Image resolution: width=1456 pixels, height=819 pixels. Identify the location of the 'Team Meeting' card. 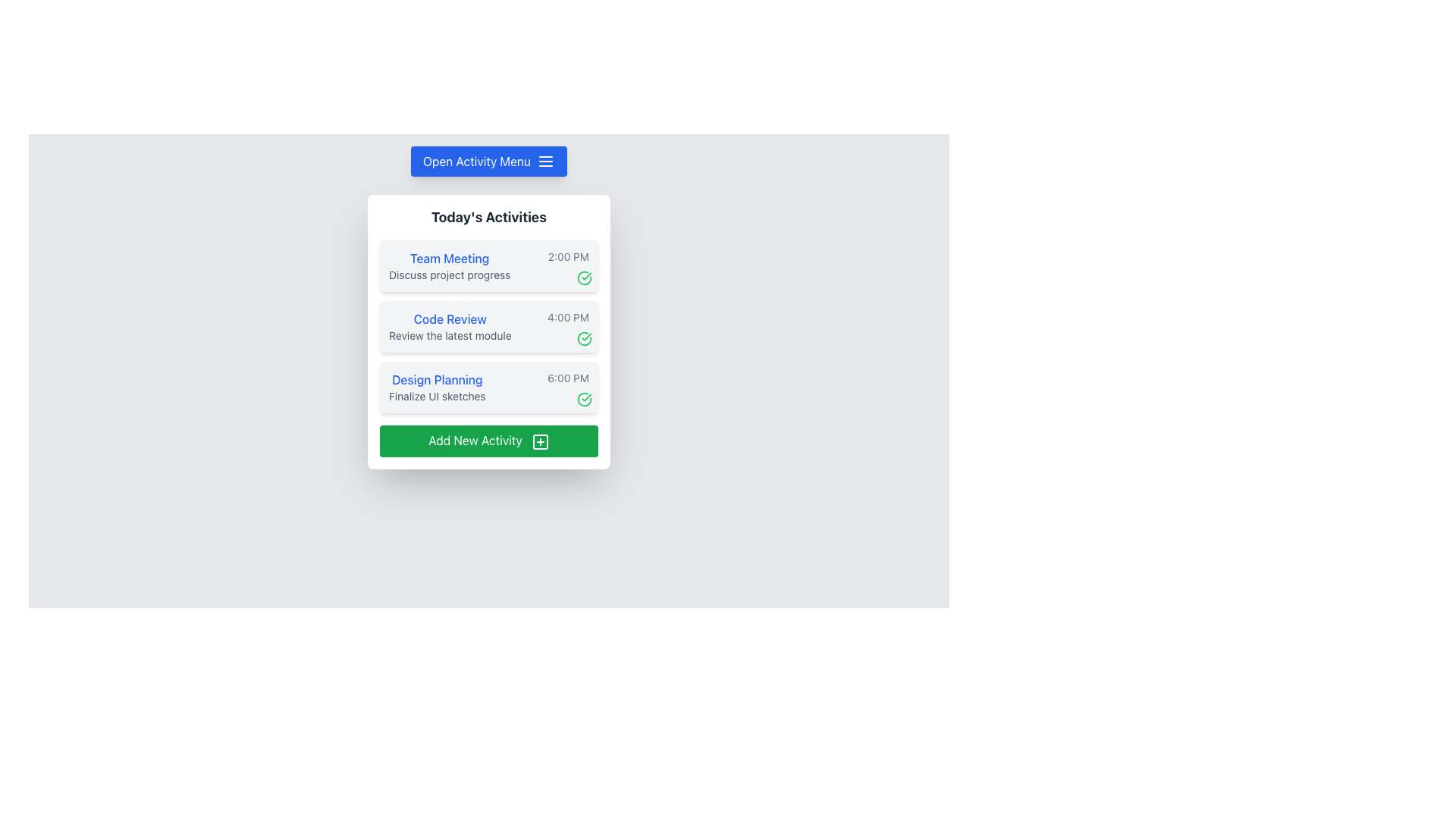
(488, 265).